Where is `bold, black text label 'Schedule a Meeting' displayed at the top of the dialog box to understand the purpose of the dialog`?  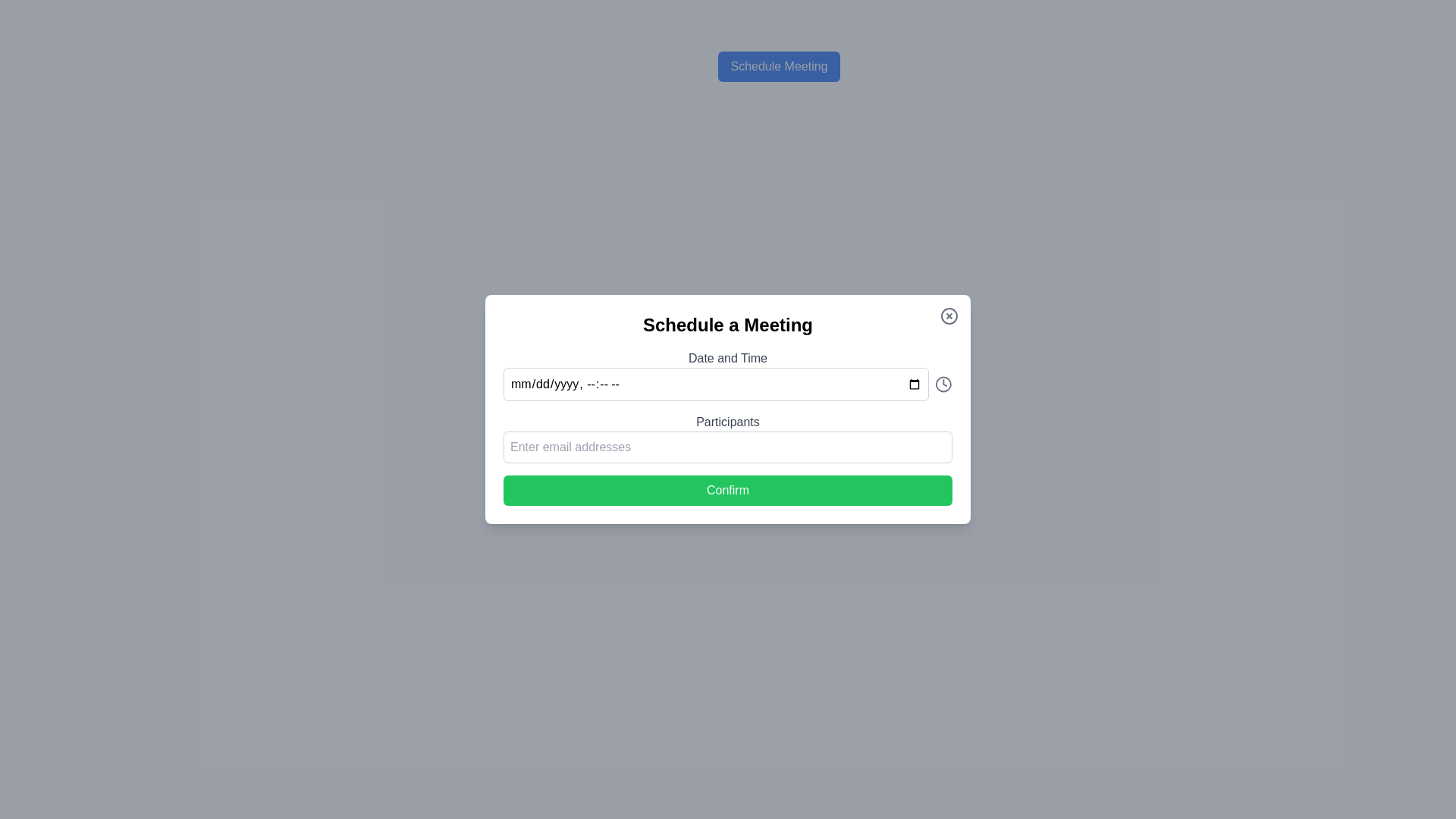 bold, black text label 'Schedule a Meeting' displayed at the top of the dialog box to understand the purpose of the dialog is located at coordinates (728, 324).